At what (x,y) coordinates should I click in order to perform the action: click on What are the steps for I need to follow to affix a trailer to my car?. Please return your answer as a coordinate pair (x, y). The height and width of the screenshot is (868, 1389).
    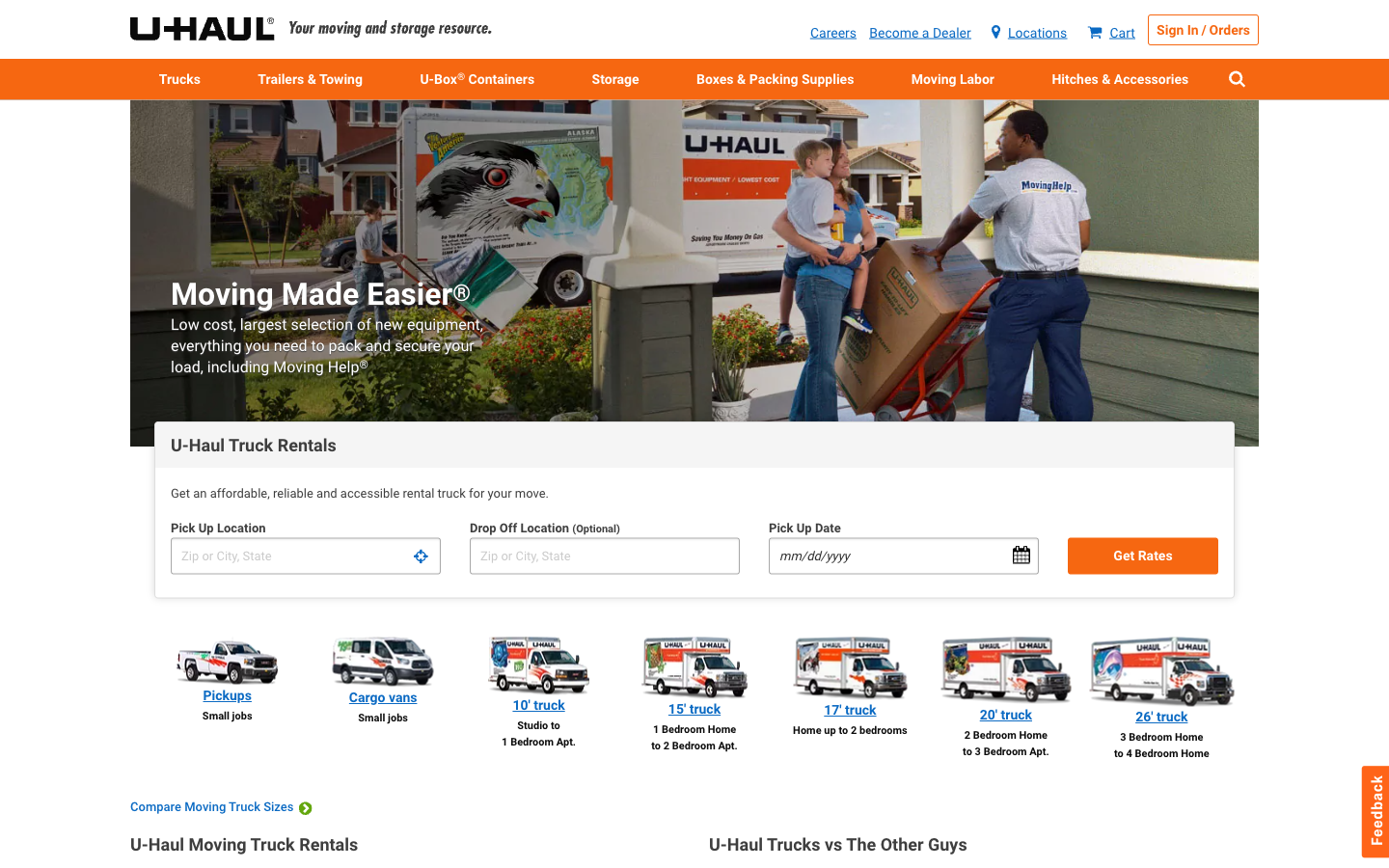
    Looking at the image, I should click on (1120, 77).